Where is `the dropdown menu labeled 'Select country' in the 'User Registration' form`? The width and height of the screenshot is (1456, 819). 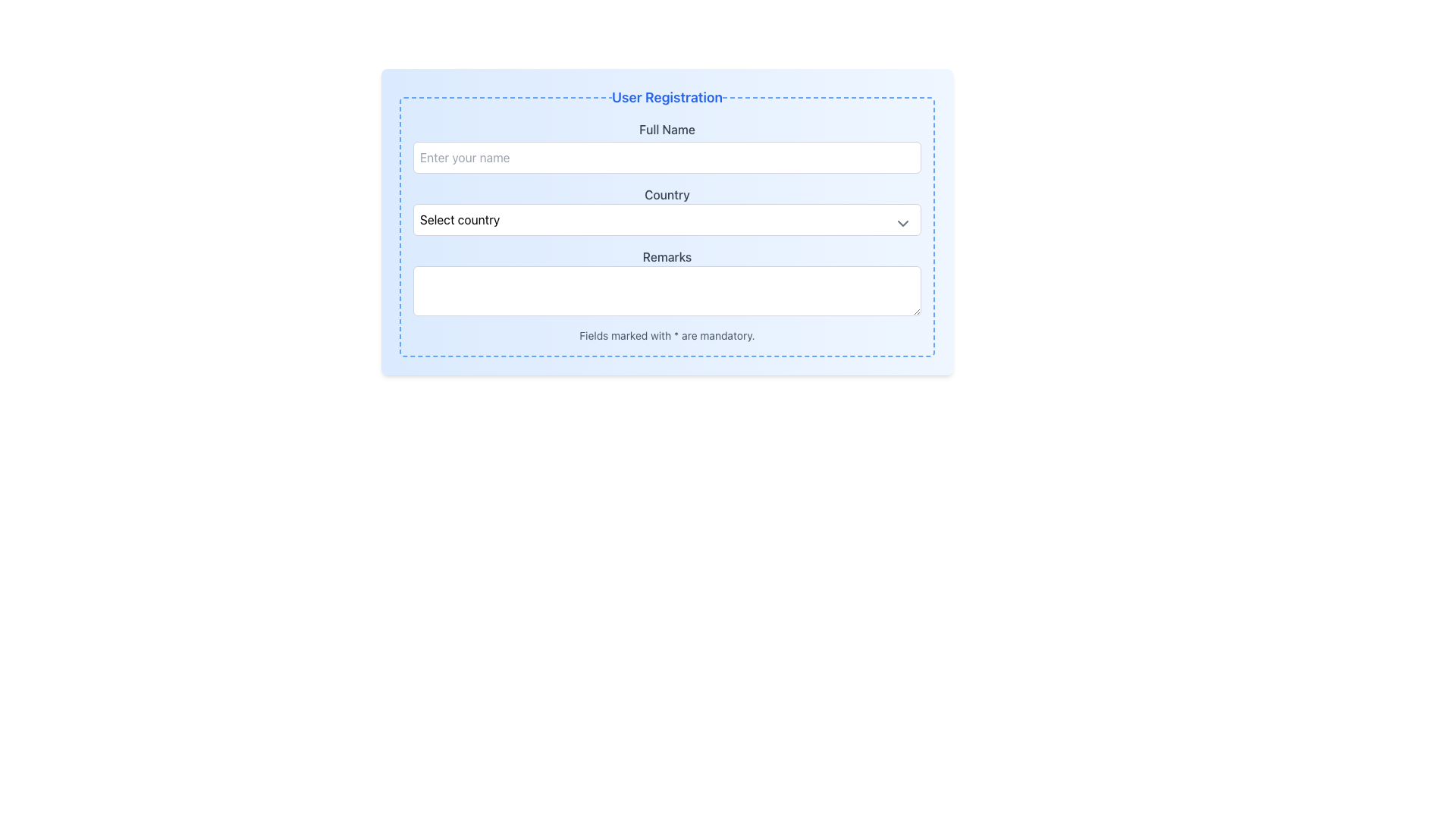
the dropdown menu labeled 'Select country' in the 'User Registration' form is located at coordinates (667, 219).